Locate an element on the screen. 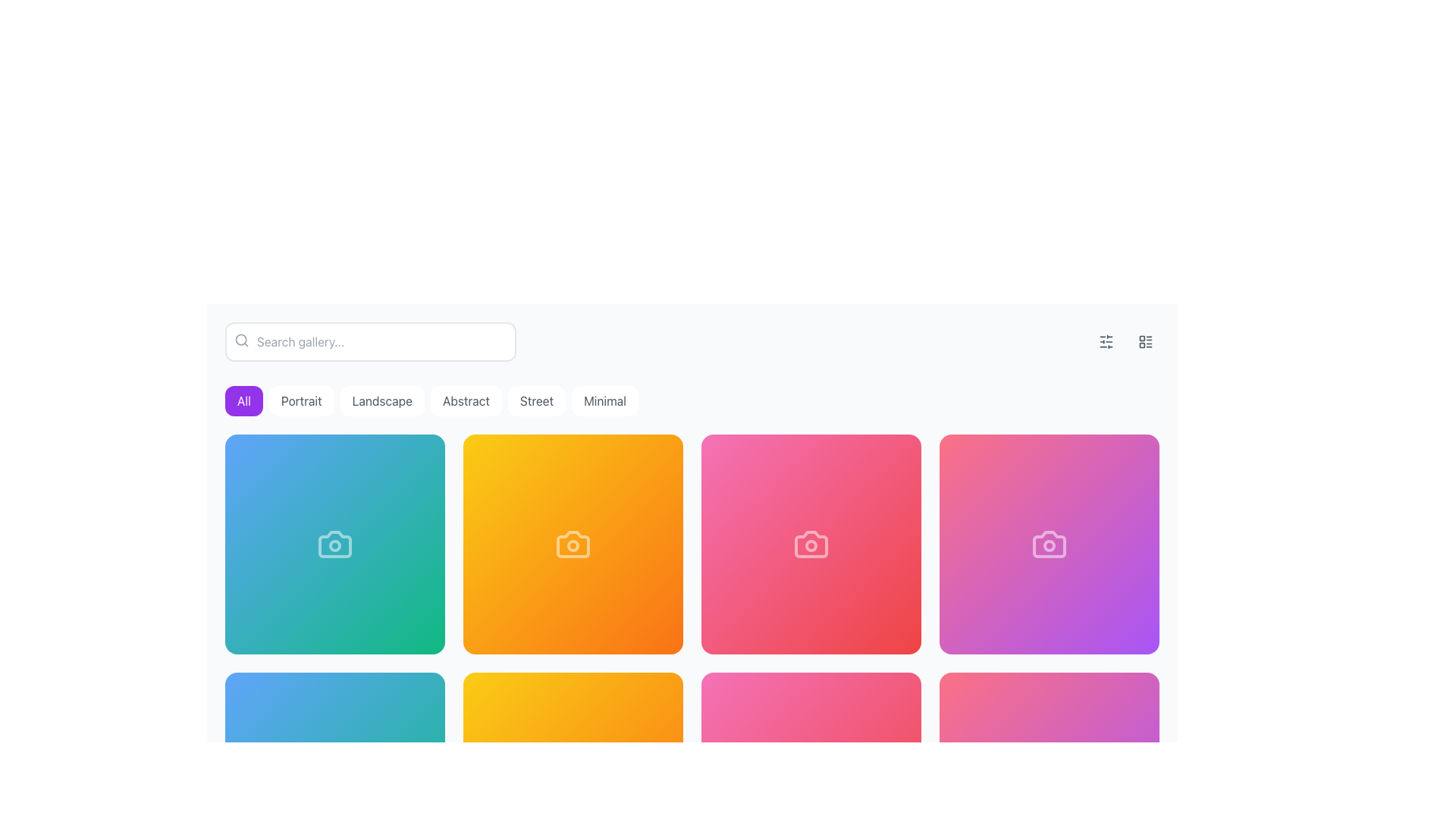  the design of the photography icon located near the bottom center of the layout, which is part of a series of camera icons is located at coordinates (334, 783).